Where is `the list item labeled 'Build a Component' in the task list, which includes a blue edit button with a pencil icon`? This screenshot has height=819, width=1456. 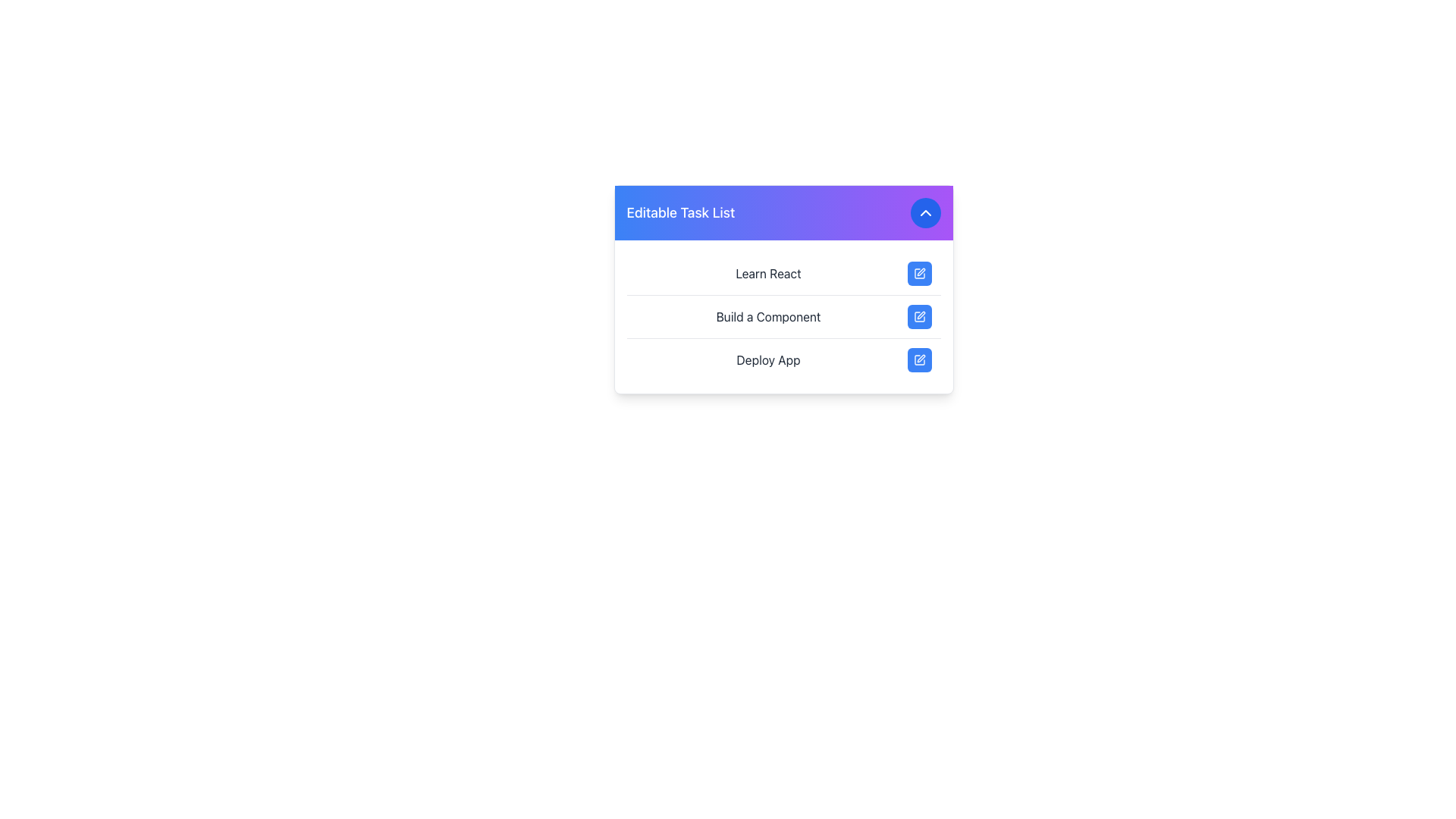 the list item labeled 'Build a Component' in the task list, which includes a blue edit button with a pencil icon is located at coordinates (783, 315).